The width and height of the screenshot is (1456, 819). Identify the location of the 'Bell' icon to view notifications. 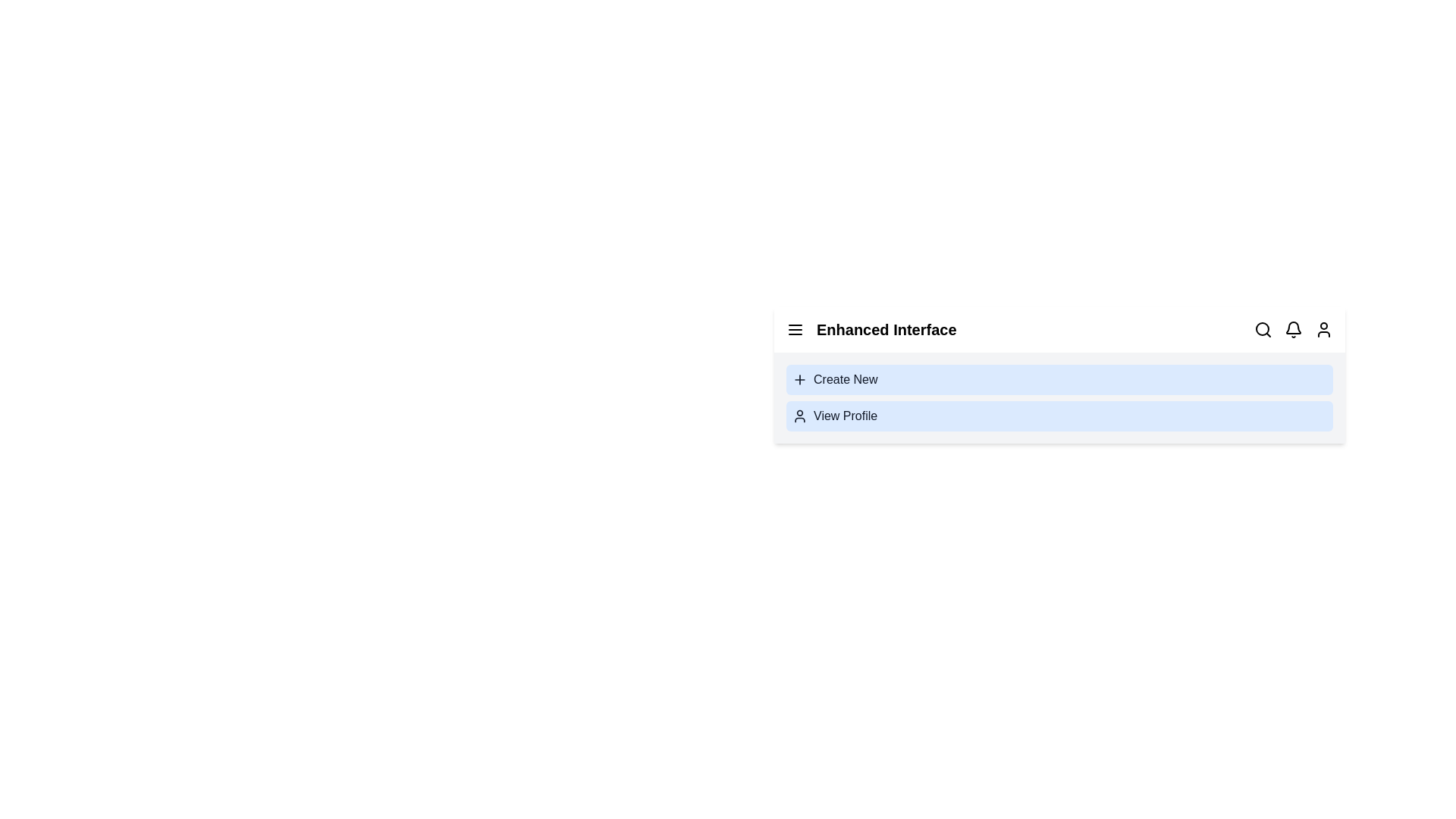
(1292, 329).